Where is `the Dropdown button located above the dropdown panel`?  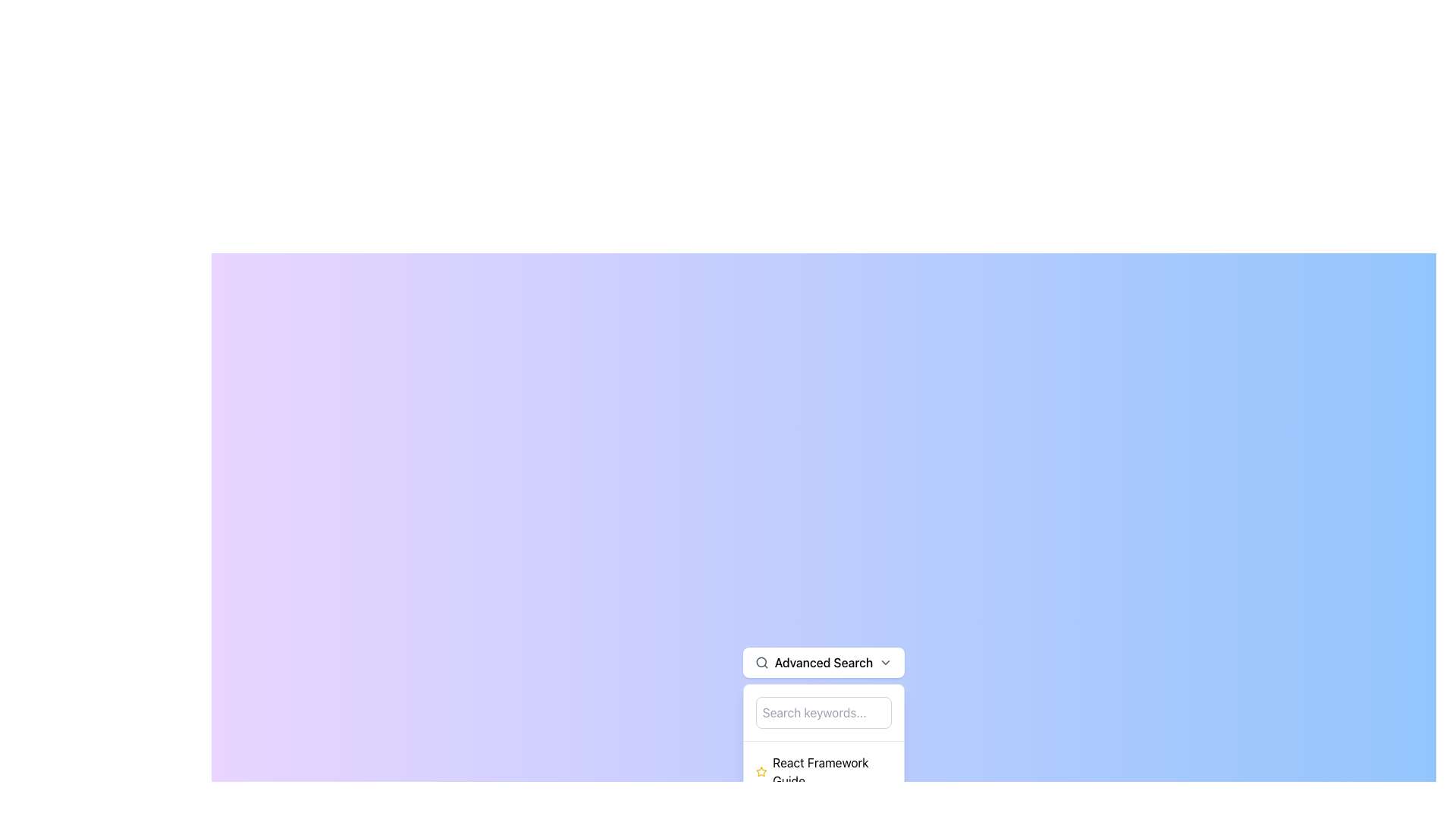
the Dropdown button located above the dropdown panel is located at coordinates (823, 662).